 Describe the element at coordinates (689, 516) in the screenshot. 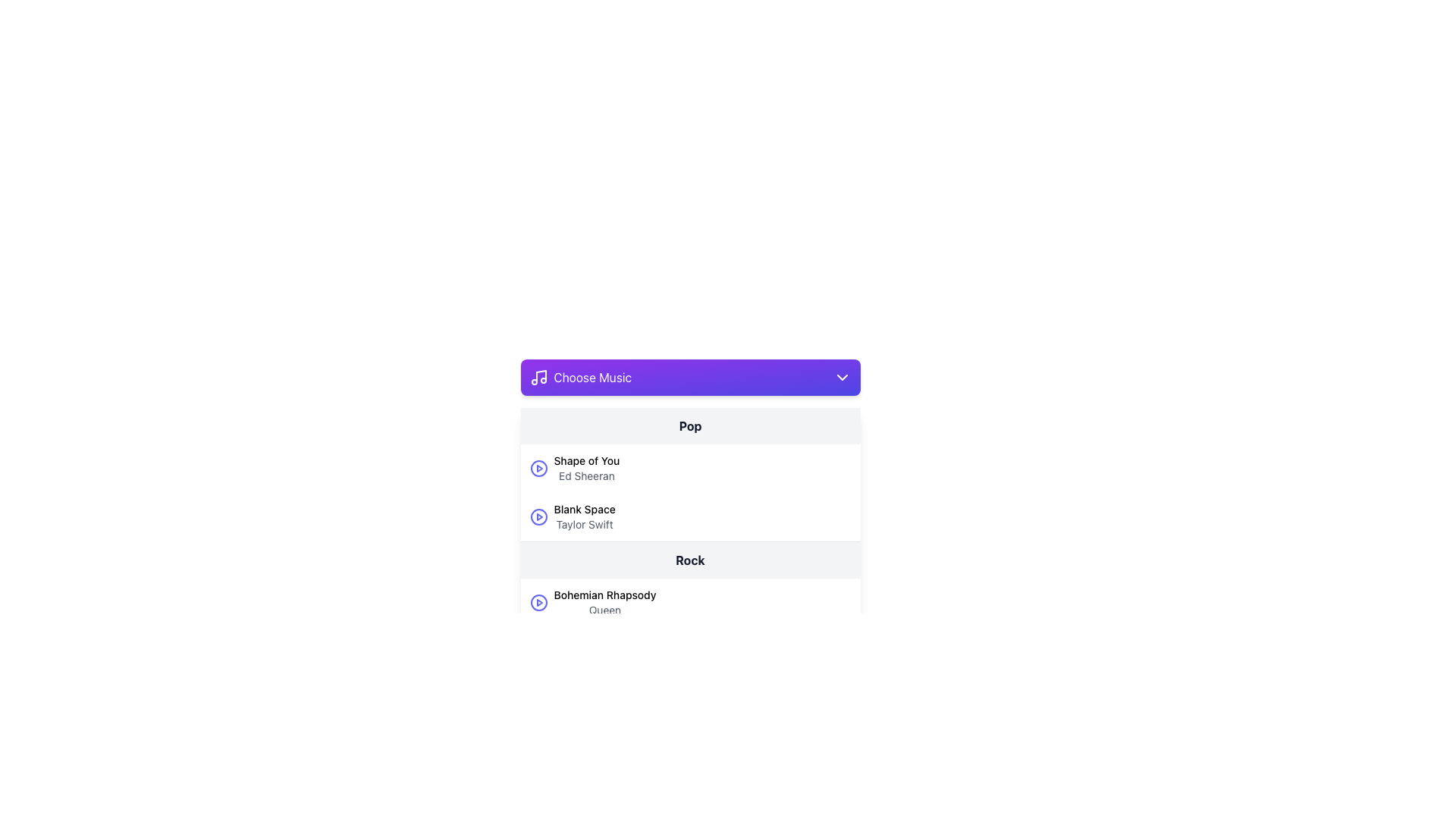

I see `the second list item in the 'Pop' category featuring the song 'Blank Space' by Taylor Swift` at that location.